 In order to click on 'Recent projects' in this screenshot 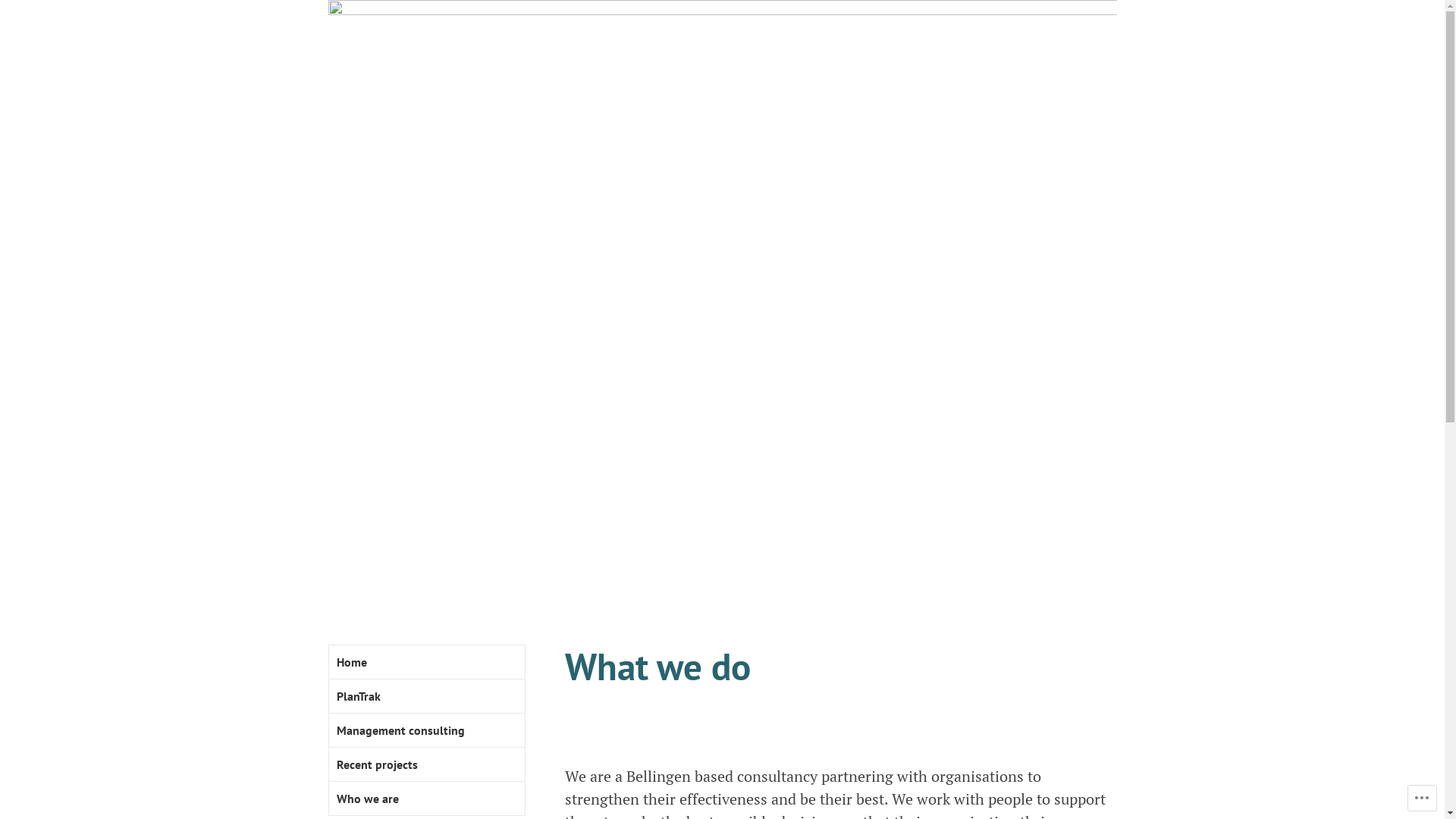, I will do `click(425, 764)`.